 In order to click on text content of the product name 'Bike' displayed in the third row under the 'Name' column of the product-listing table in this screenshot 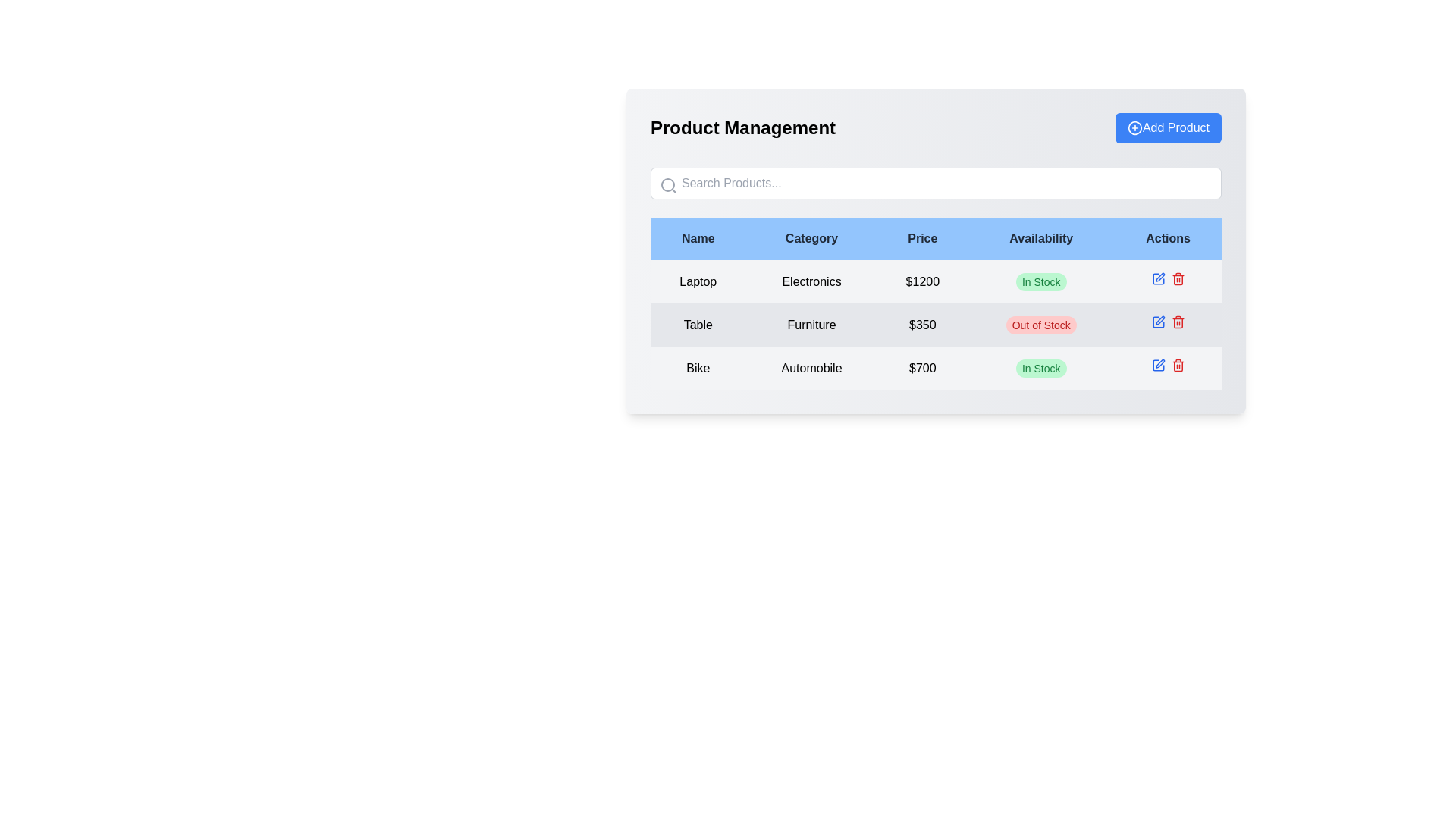, I will do `click(697, 368)`.